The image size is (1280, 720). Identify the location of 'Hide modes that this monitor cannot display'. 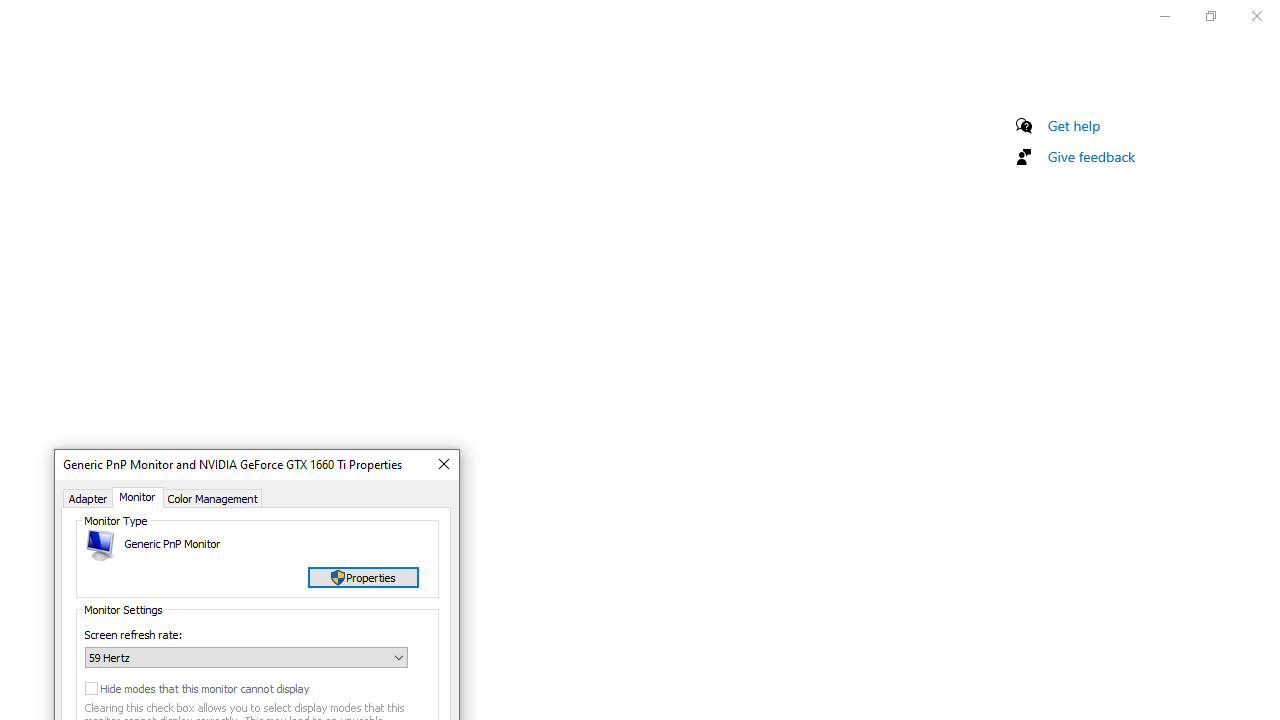
(219, 688).